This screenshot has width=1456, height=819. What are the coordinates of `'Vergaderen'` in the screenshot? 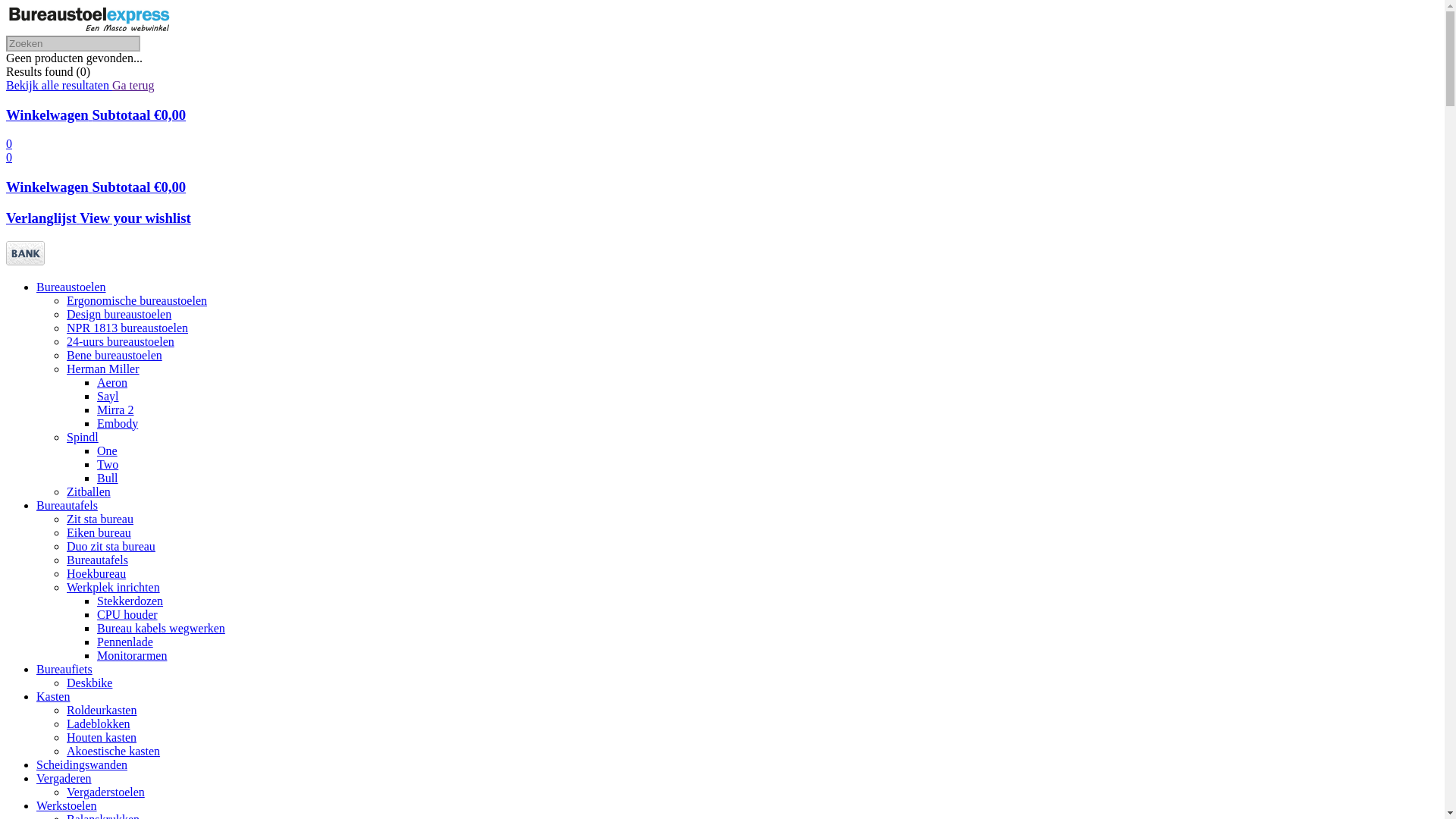 It's located at (63, 778).